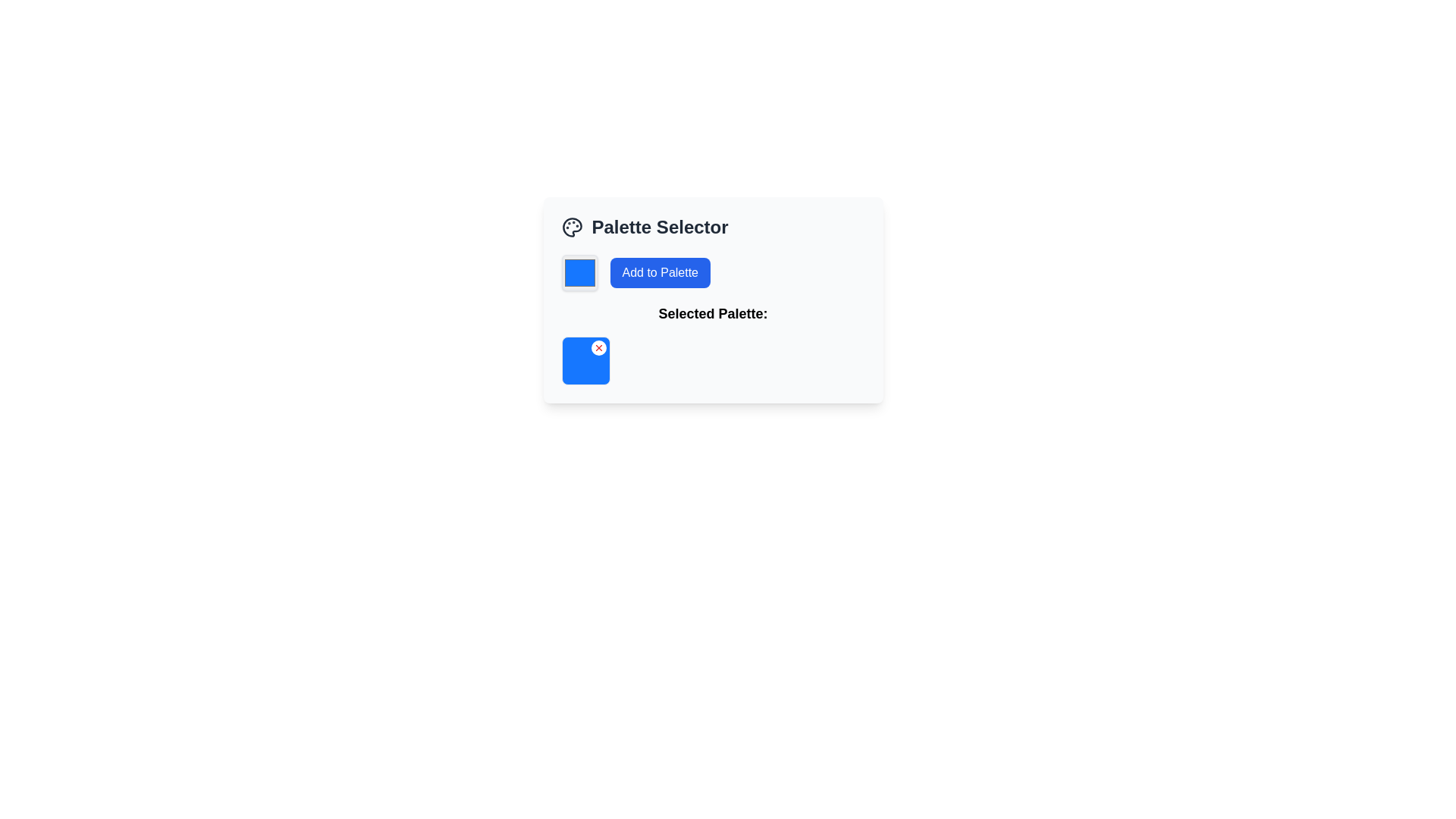  I want to click on the 'Add to Palette' button located in the upper-right area of the 'Palette Selector' panel for accessibility, so click(660, 271).